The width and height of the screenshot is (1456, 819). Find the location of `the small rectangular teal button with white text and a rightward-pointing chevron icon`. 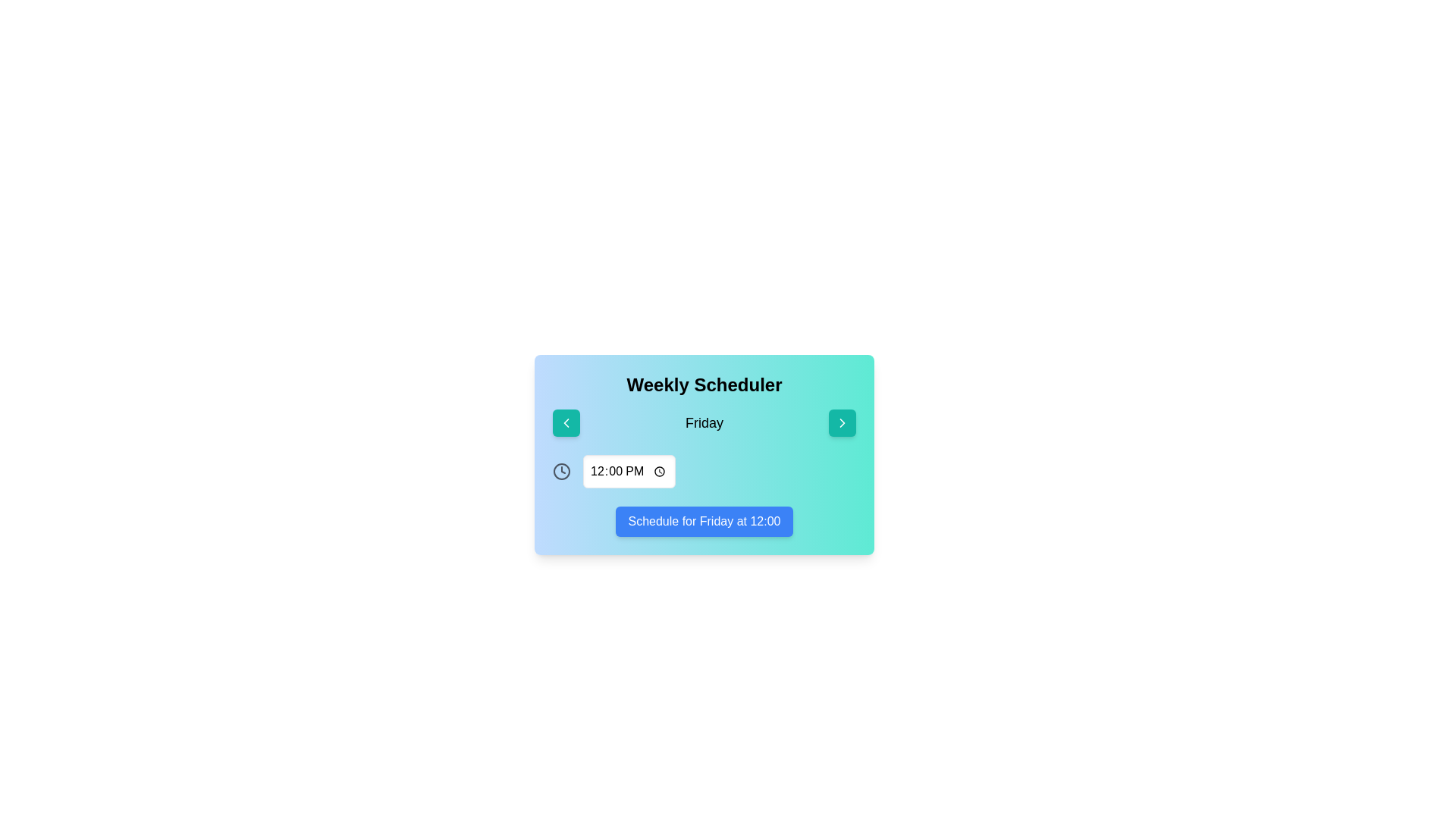

the small rectangular teal button with white text and a rightward-pointing chevron icon is located at coordinates (841, 423).